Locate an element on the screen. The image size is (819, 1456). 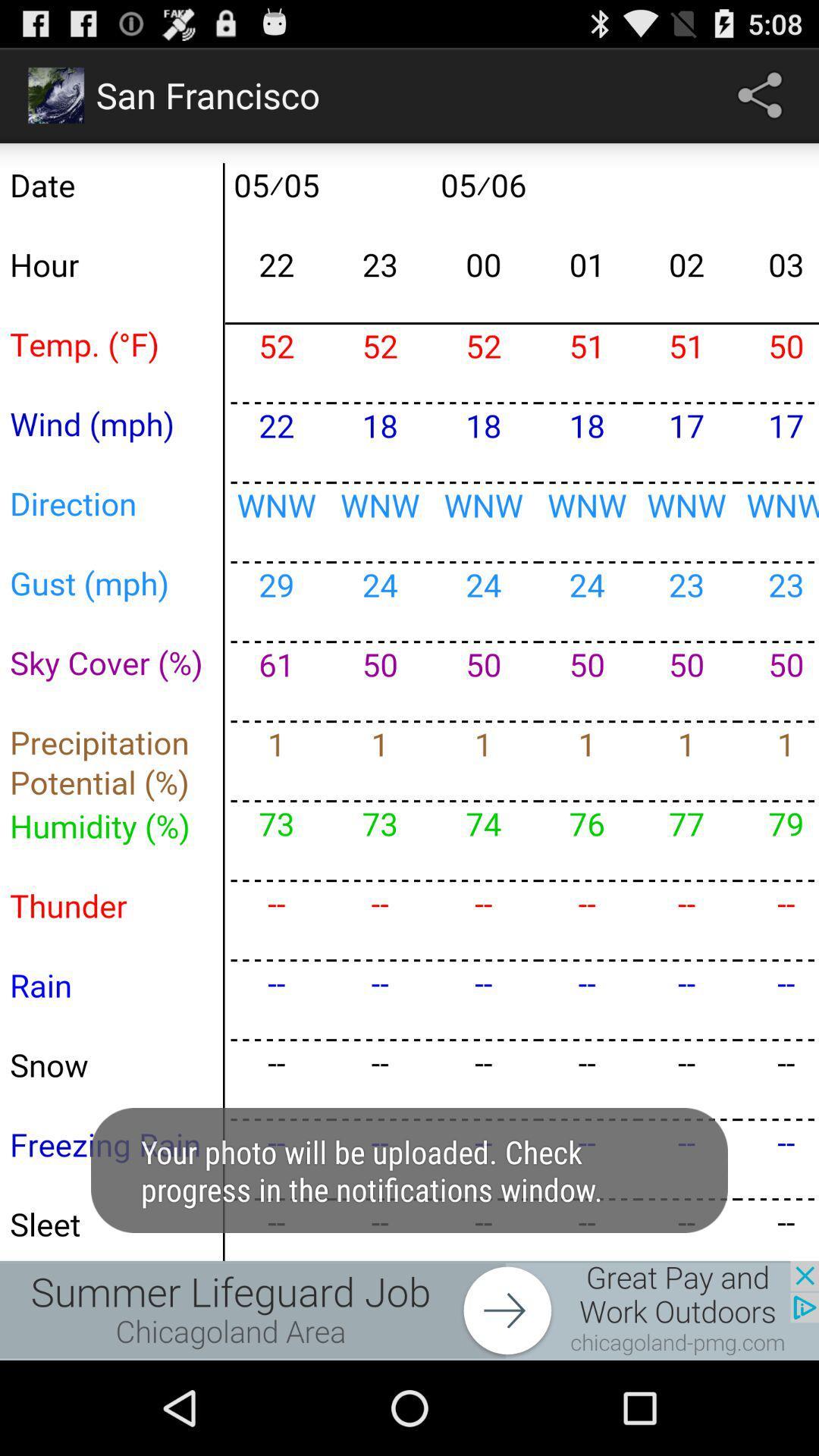
this site is located at coordinates (409, 1310).